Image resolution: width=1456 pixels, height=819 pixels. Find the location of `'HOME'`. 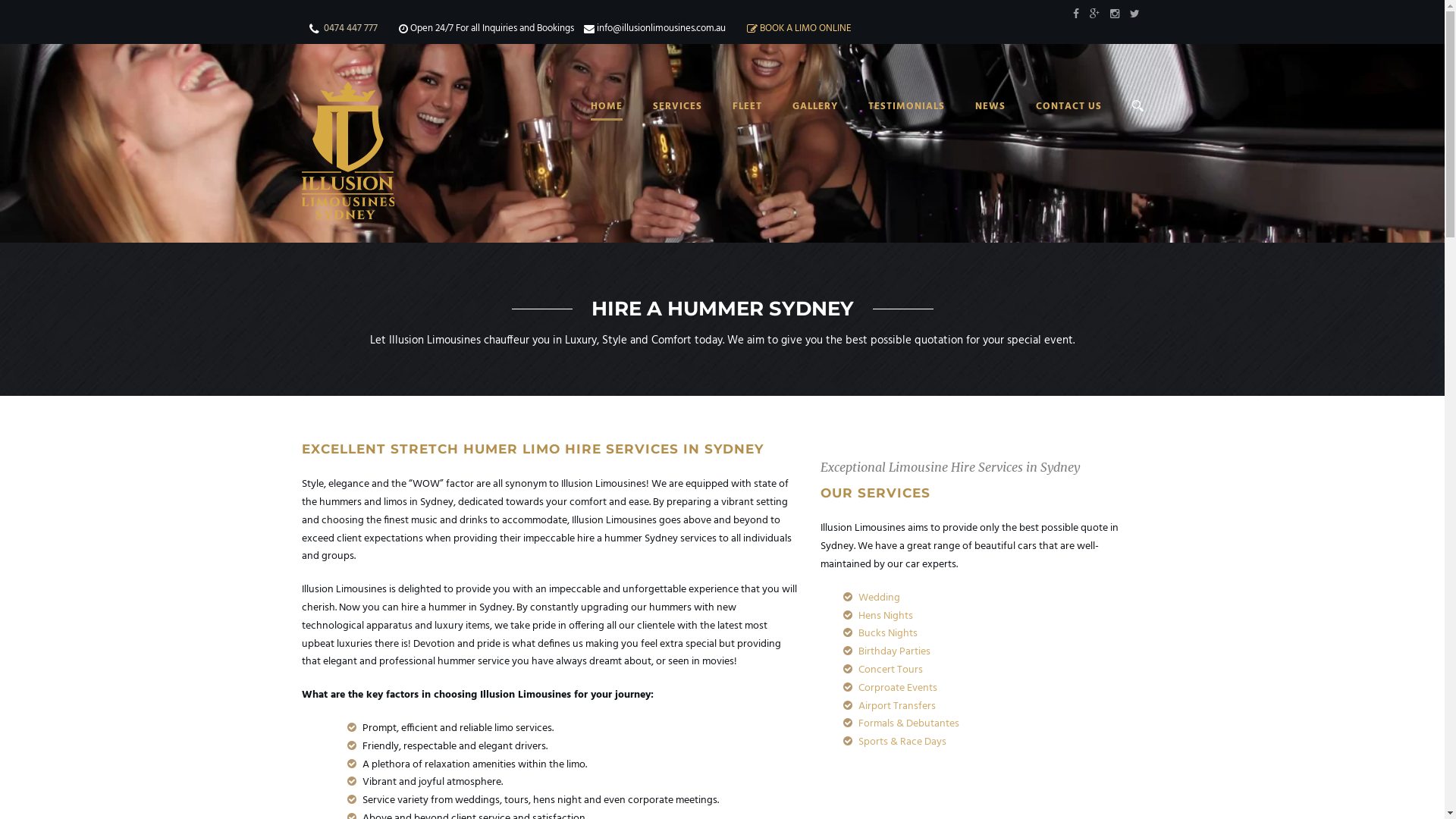

'HOME' is located at coordinates (604, 123).